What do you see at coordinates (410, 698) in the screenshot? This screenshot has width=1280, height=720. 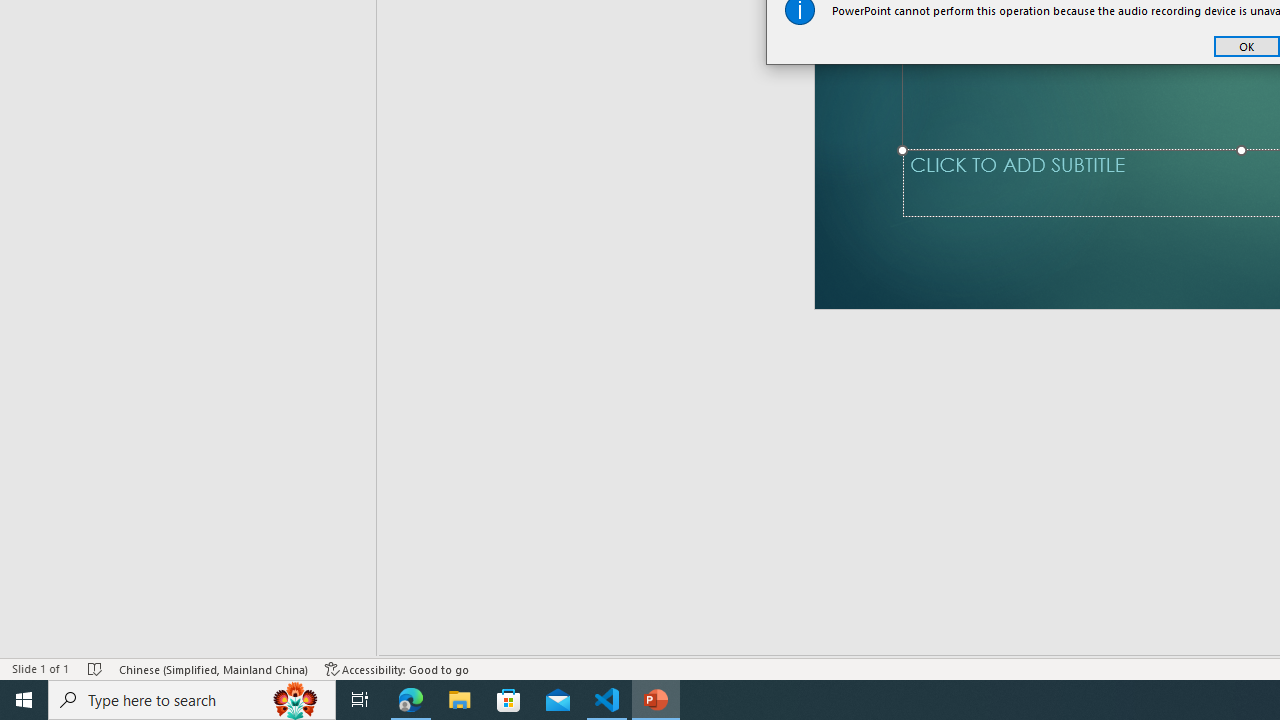 I see `'Microsoft Edge - 1 running window'` at bounding box center [410, 698].